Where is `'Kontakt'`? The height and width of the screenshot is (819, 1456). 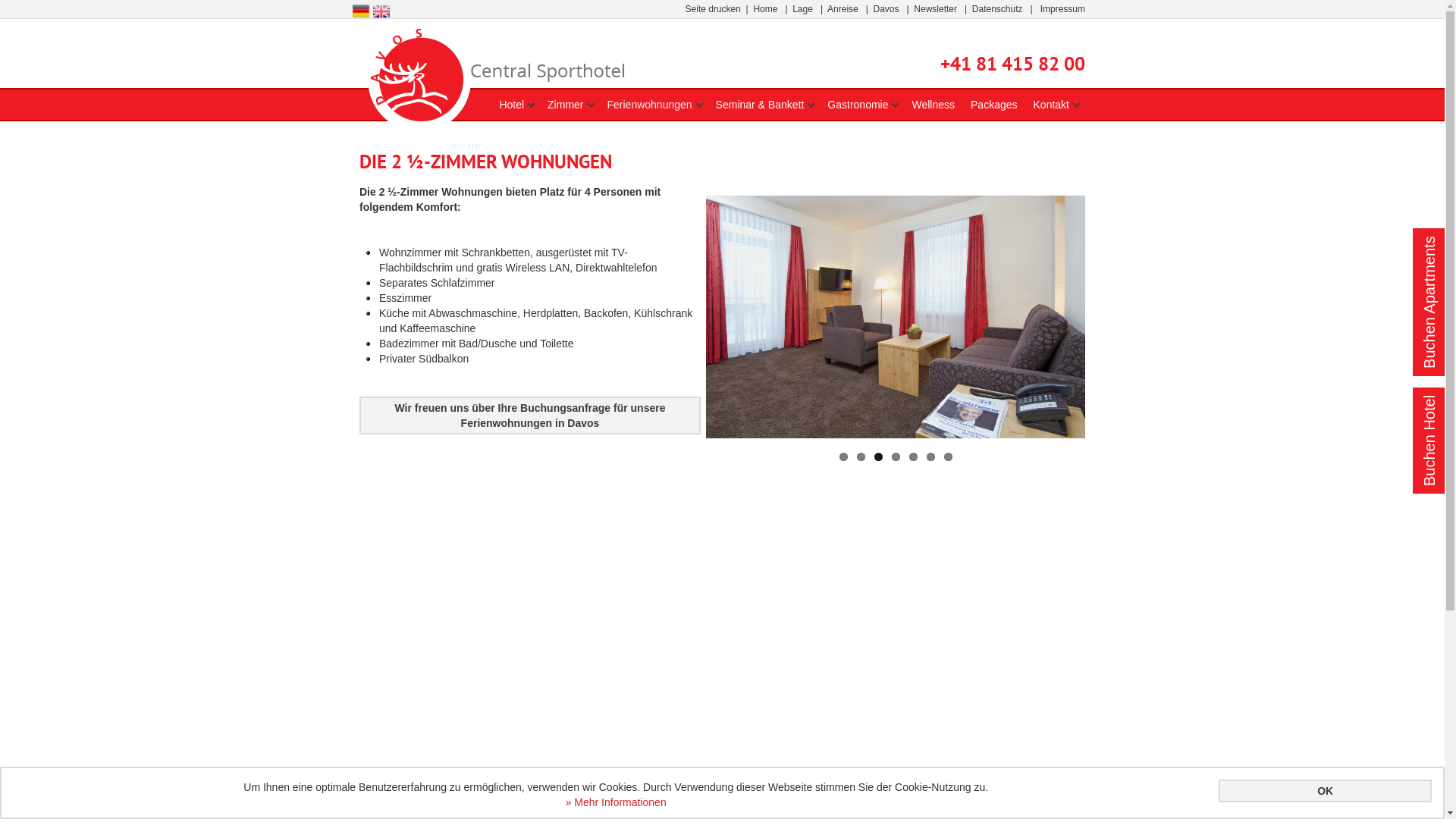
'Kontakt' is located at coordinates (1050, 104).